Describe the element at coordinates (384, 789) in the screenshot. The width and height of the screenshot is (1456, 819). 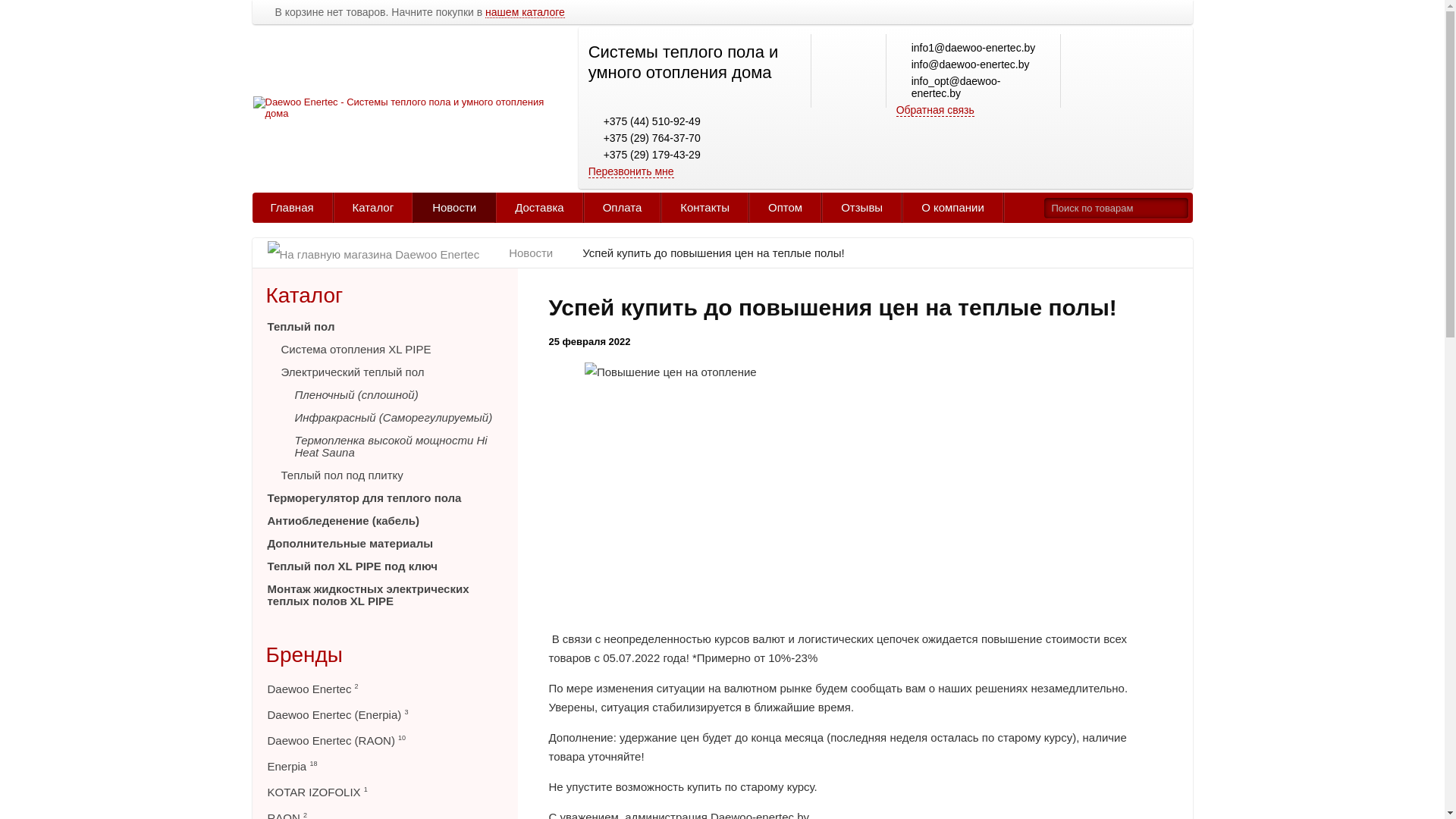
I see `'KOTAR IZOFOLIX 1'` at that location.